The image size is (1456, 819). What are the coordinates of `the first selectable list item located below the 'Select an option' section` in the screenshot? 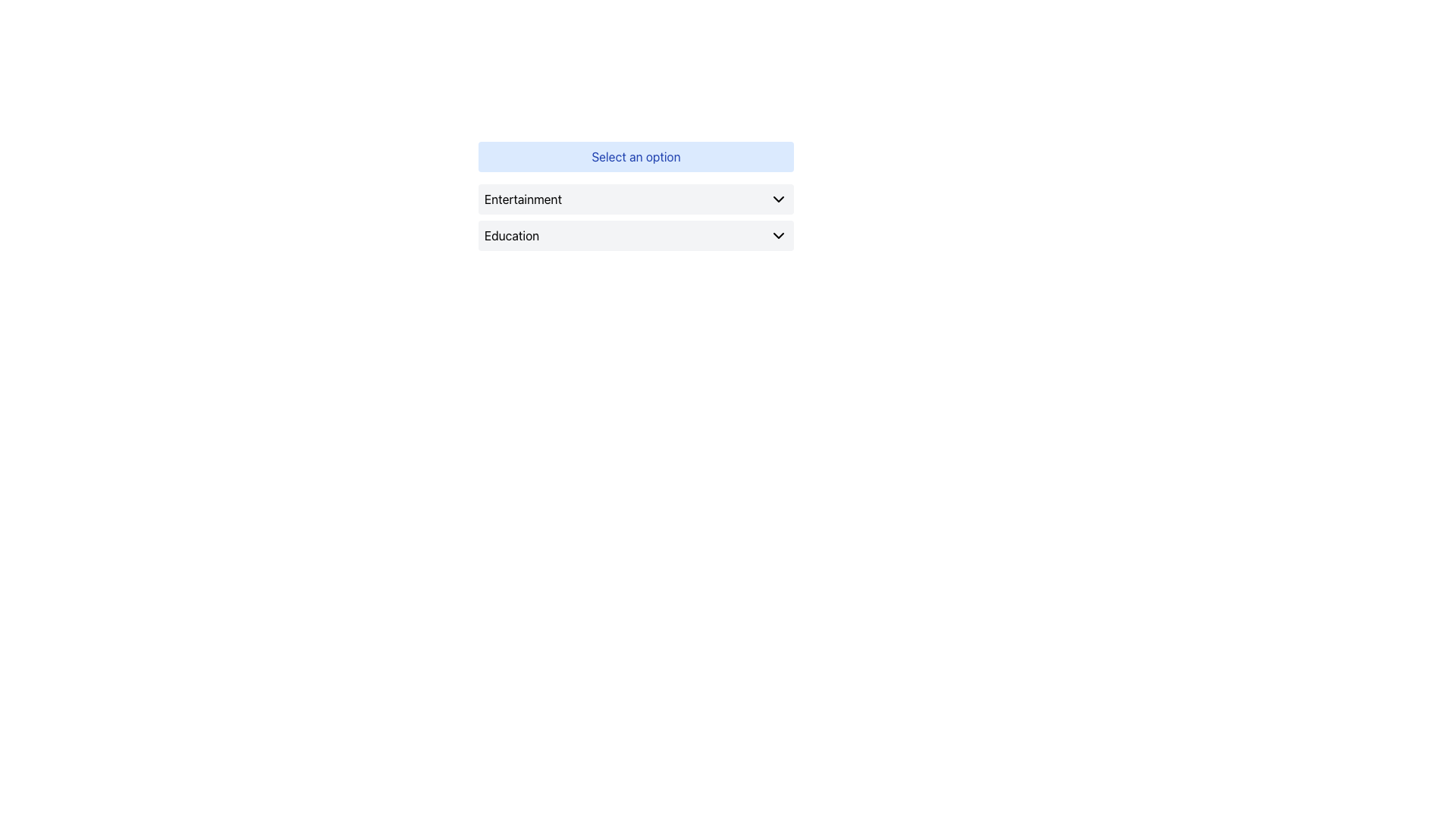 It's located at (636, 198).